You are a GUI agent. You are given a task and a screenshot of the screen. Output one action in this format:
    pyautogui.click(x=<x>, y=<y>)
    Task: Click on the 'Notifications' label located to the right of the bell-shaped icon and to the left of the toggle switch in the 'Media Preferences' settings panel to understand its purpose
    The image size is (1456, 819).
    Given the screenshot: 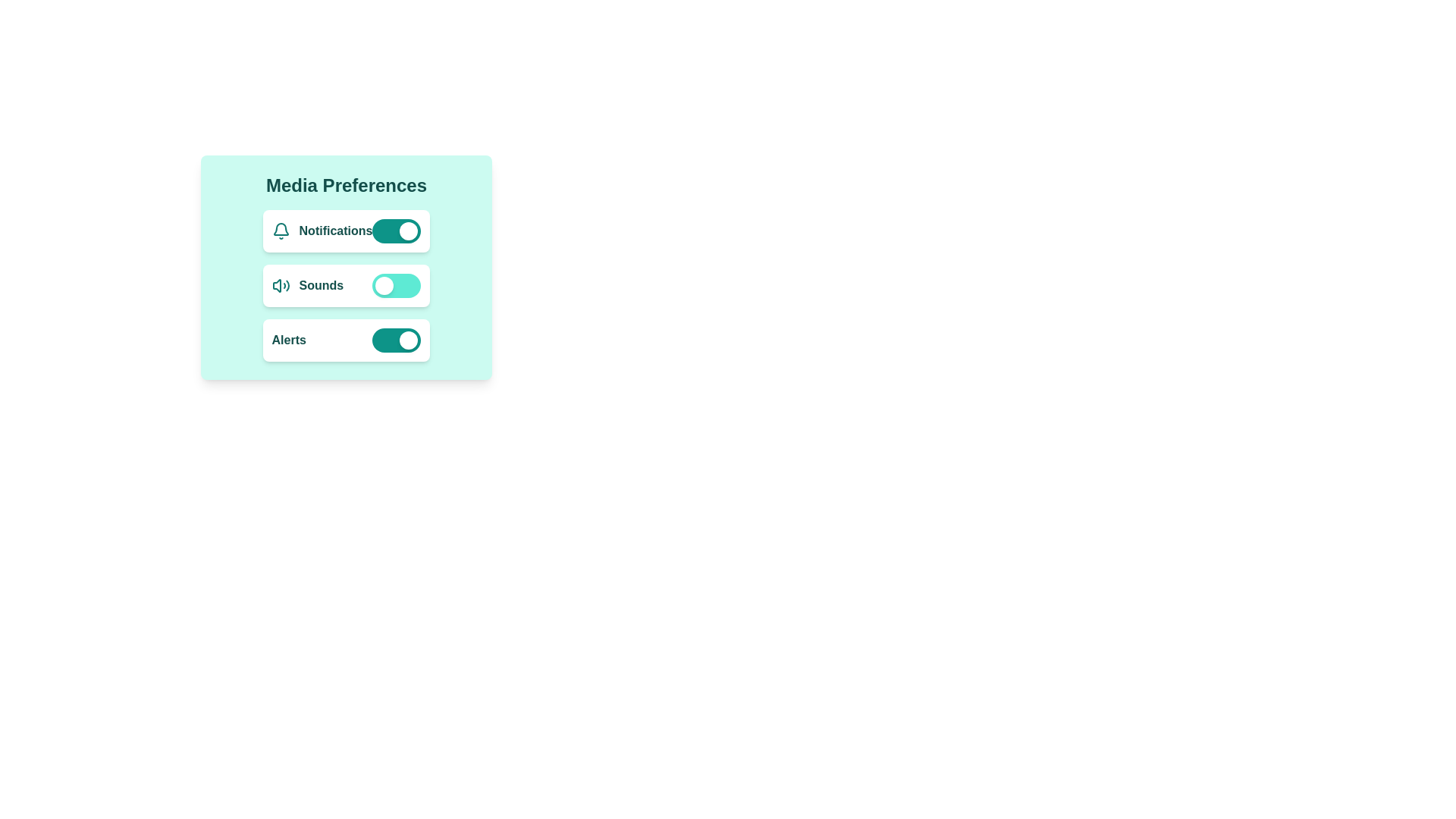 What is the action you would take?
    pyautogui.click(x=334, y=231)
    